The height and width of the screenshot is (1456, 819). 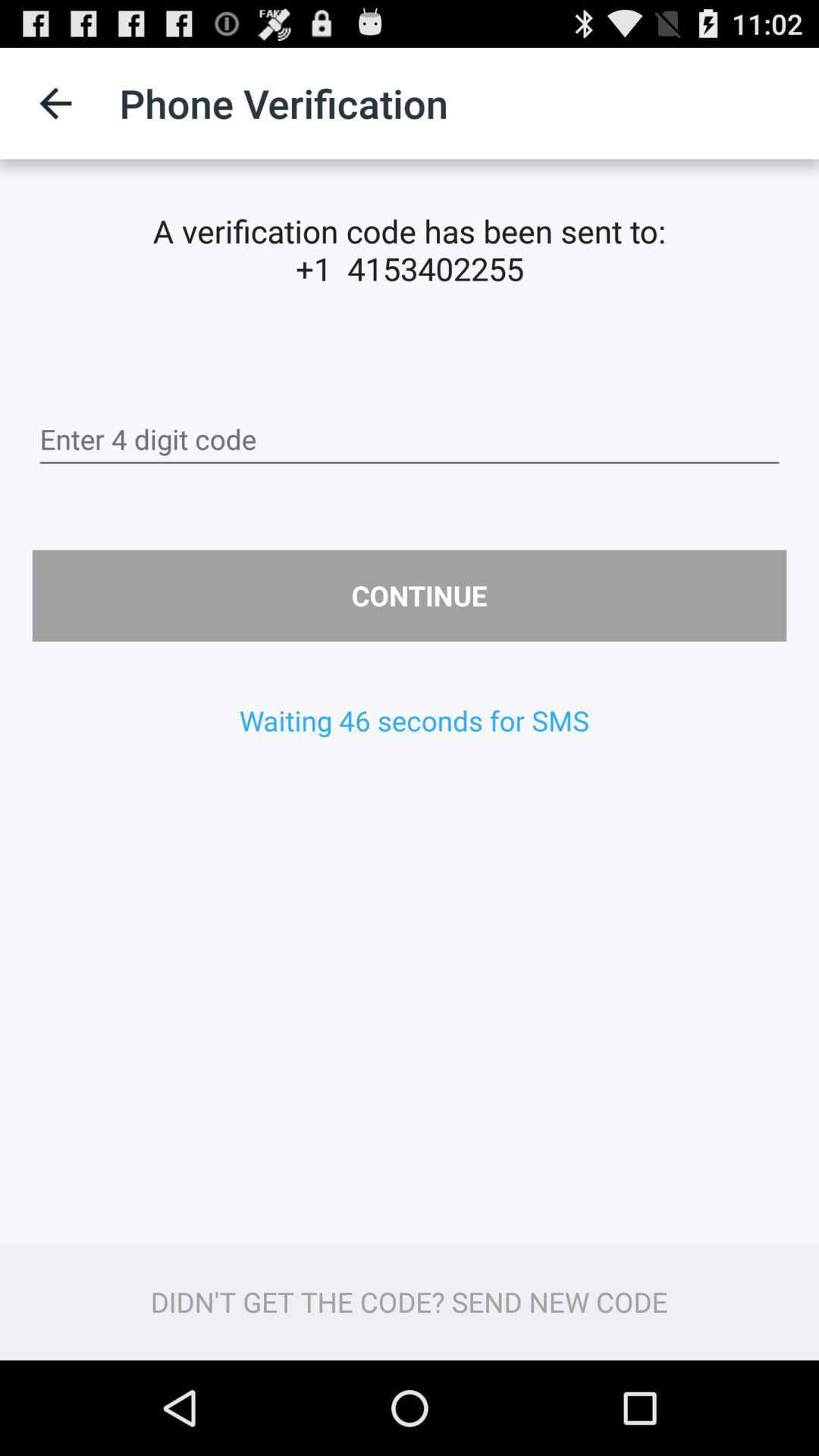 I want to click on the app to the left of the phone verification icon, so click(x=55, y=102).